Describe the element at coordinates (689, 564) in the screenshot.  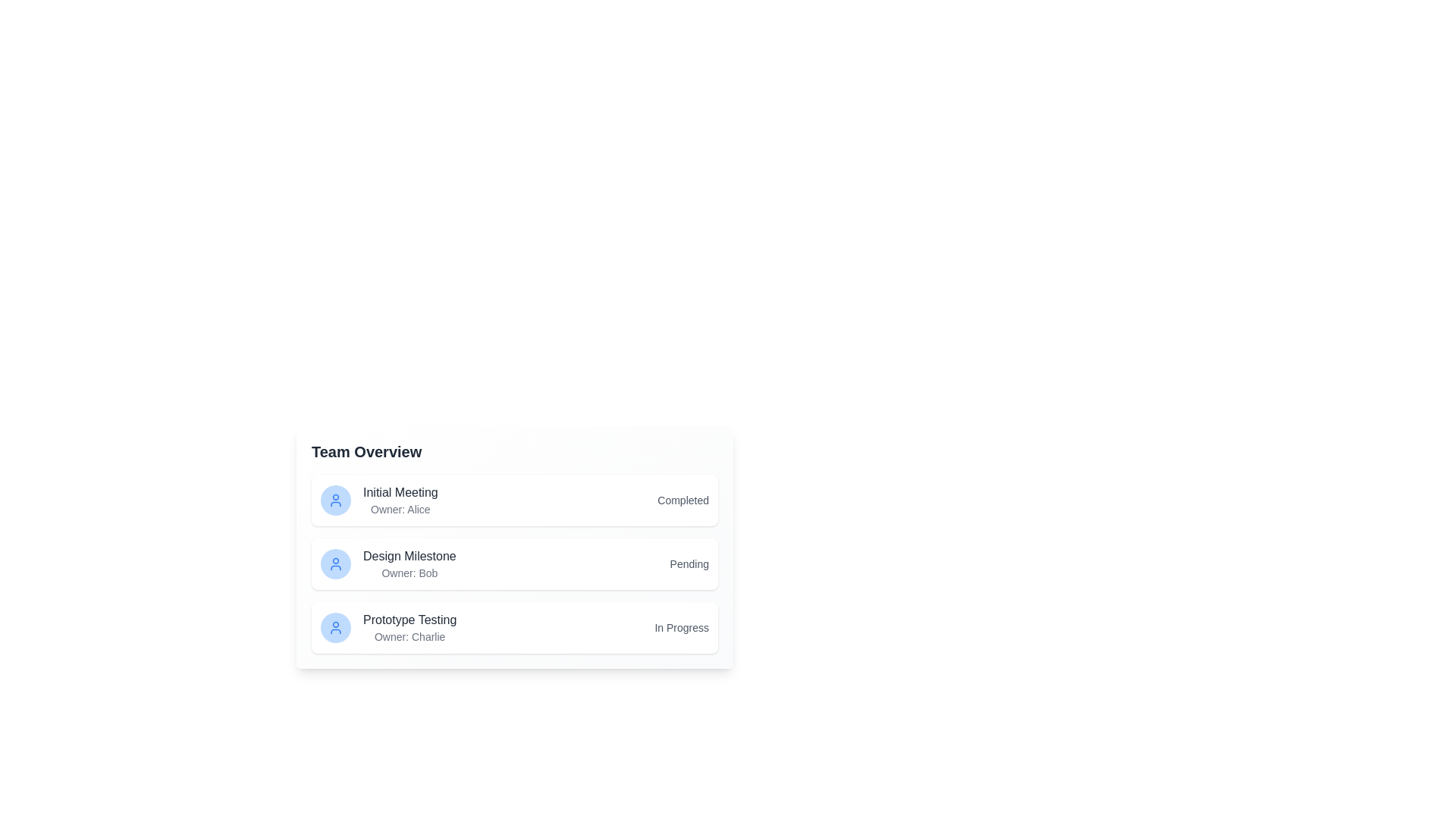
I see `the 'Pending' status text label located in the bottom-right corner of the 'Design Milestone' card` at that location.